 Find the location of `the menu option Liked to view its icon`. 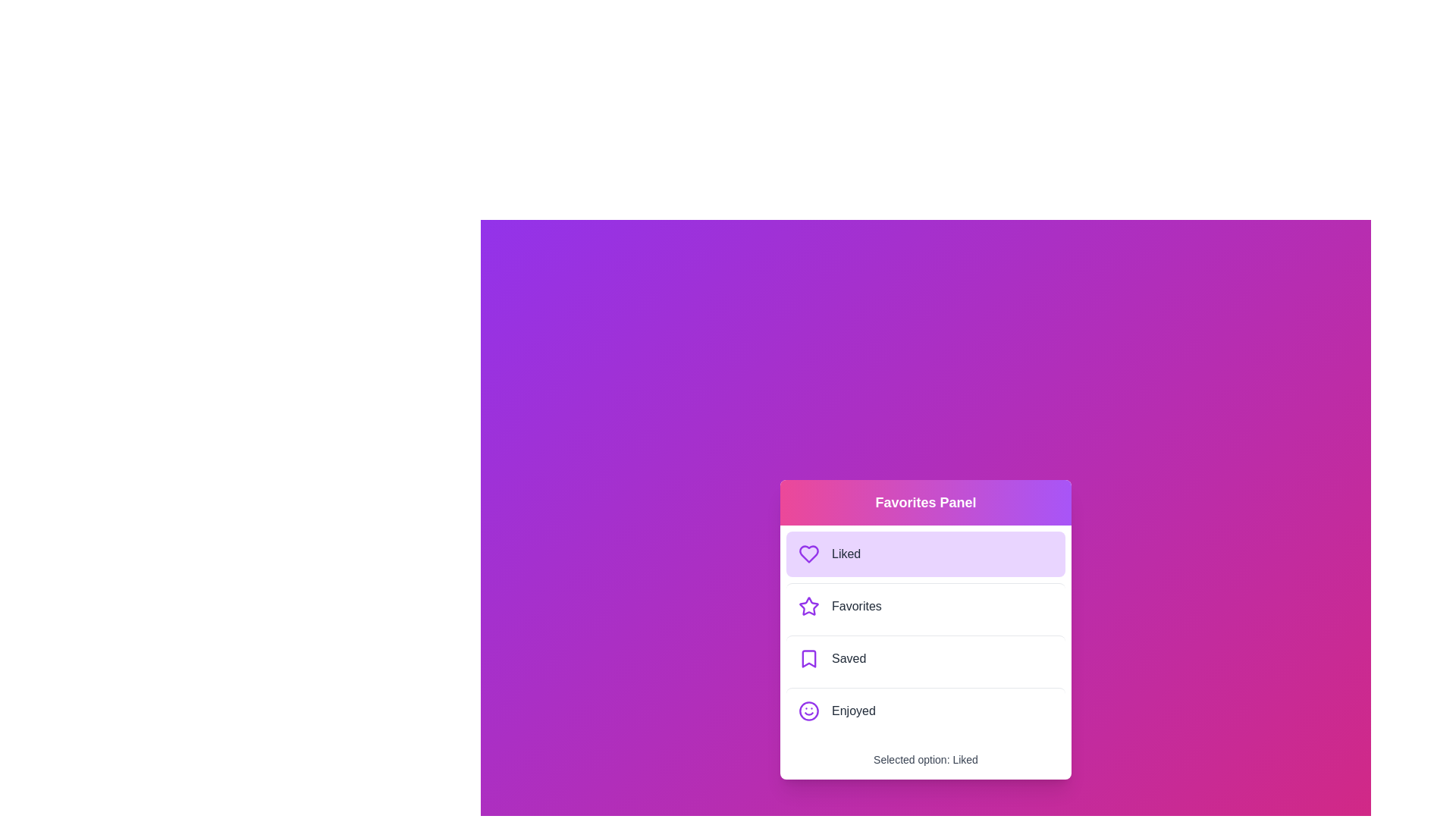

the menu option Liked to view its icon is located at coordinates (924, 553).